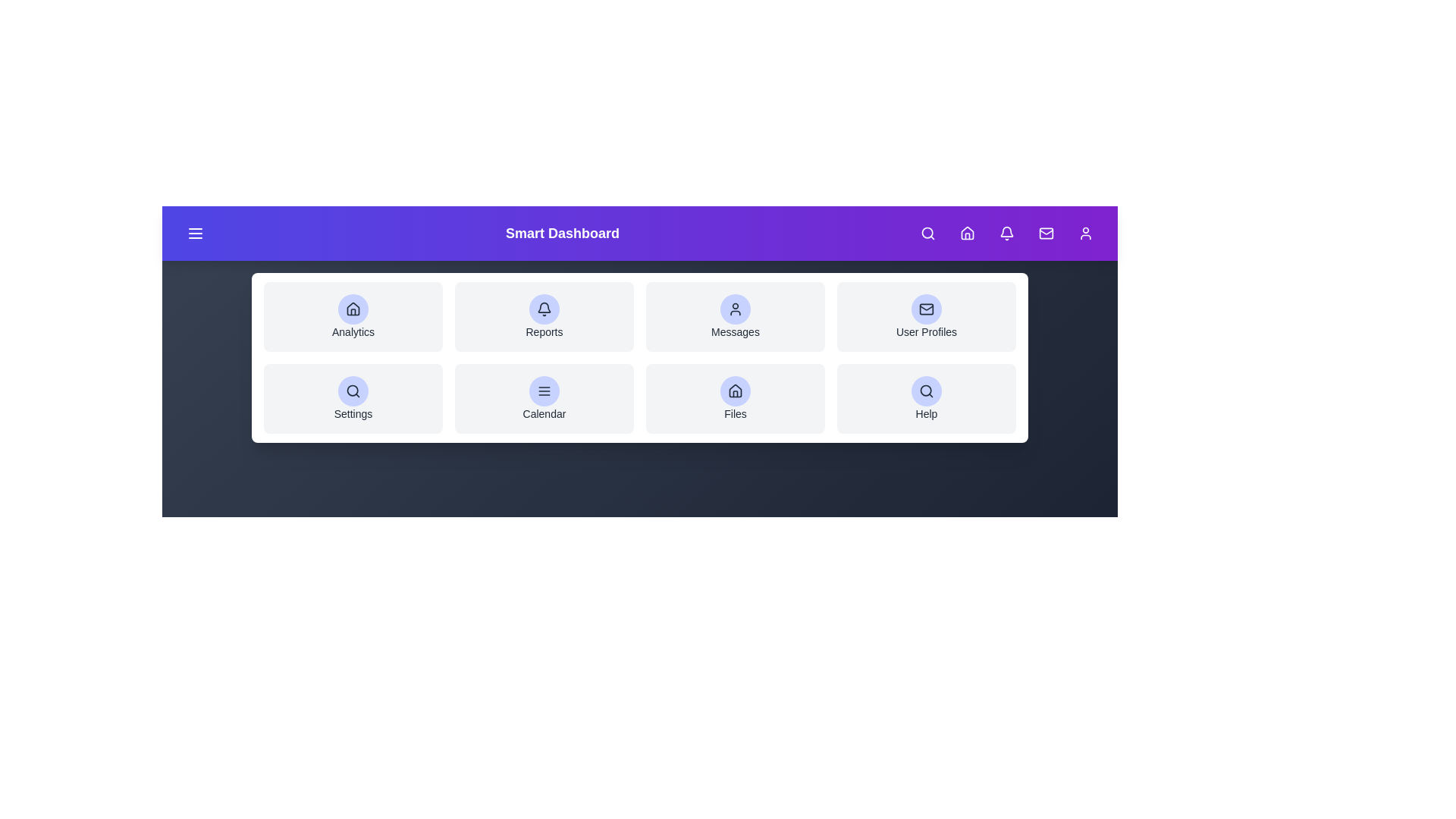 The image size is (1456, 819). What do you see at coordinates (1084, 234) in the screenshot?
I see `the user button in the app bar` at bounding box center [1084, 234].